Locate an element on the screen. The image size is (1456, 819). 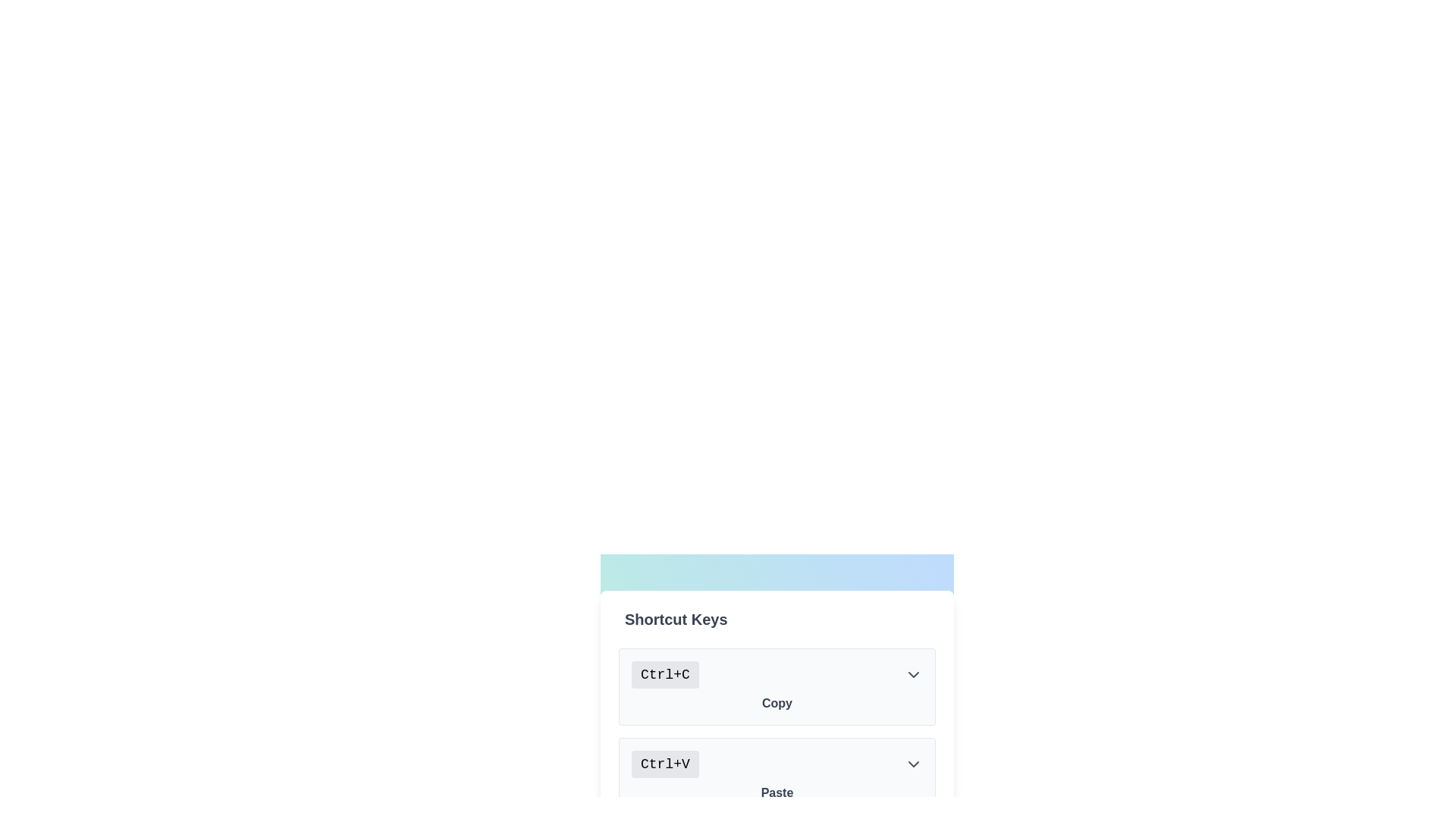
the 'Copy' static text label, which is styled in gray with a bold font and located beneath the 'Ctrl+C' shortcut key label is located at coordinates (777, 704).